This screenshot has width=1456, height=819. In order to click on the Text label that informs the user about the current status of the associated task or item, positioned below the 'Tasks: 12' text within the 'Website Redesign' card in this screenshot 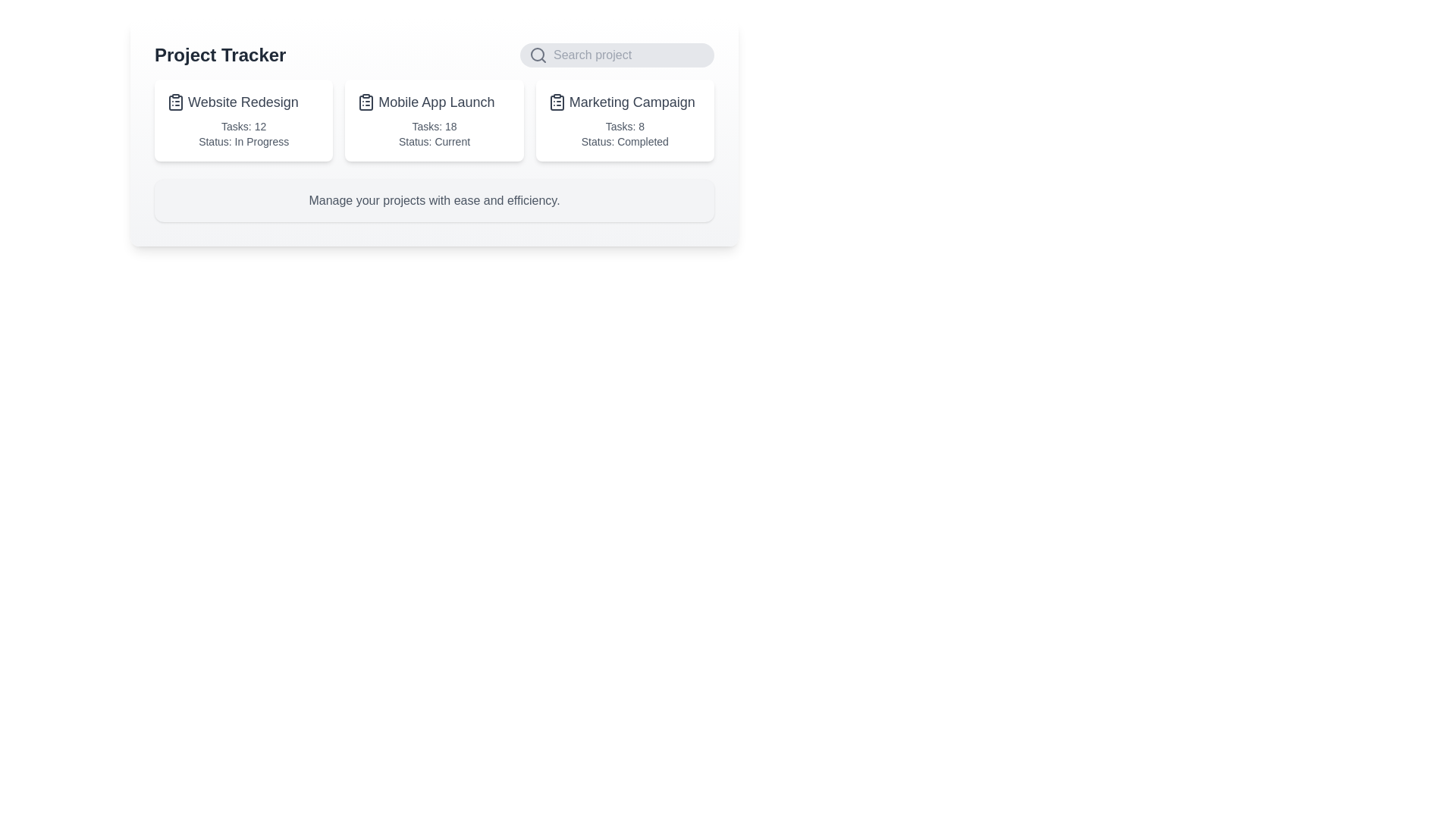, I will do `click(243, 141)`.